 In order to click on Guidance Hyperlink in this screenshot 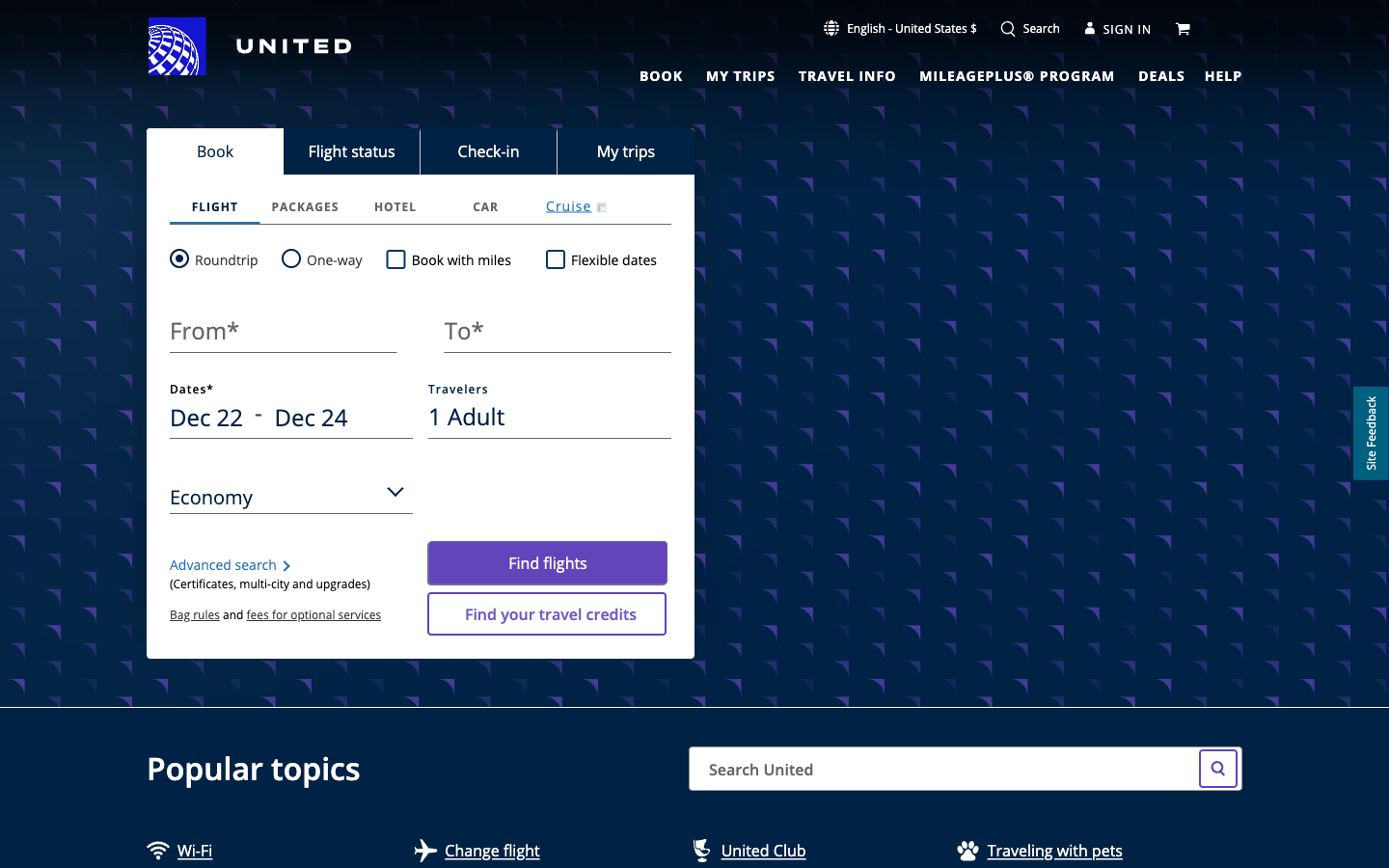, I will do `click(1223, 73)`.